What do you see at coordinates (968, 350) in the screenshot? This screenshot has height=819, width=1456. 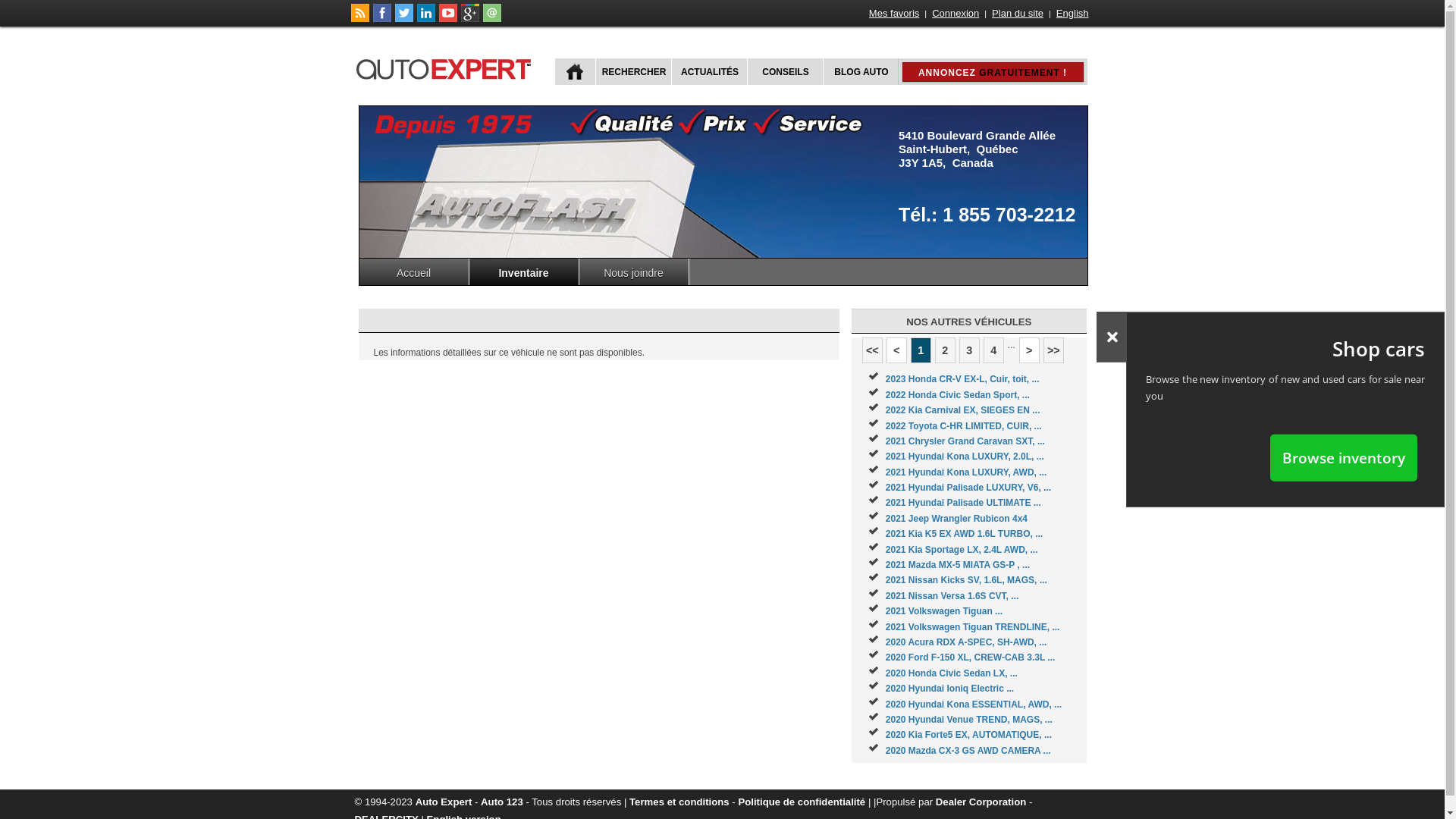 I see `'3'` at bounding box center [968, 350].